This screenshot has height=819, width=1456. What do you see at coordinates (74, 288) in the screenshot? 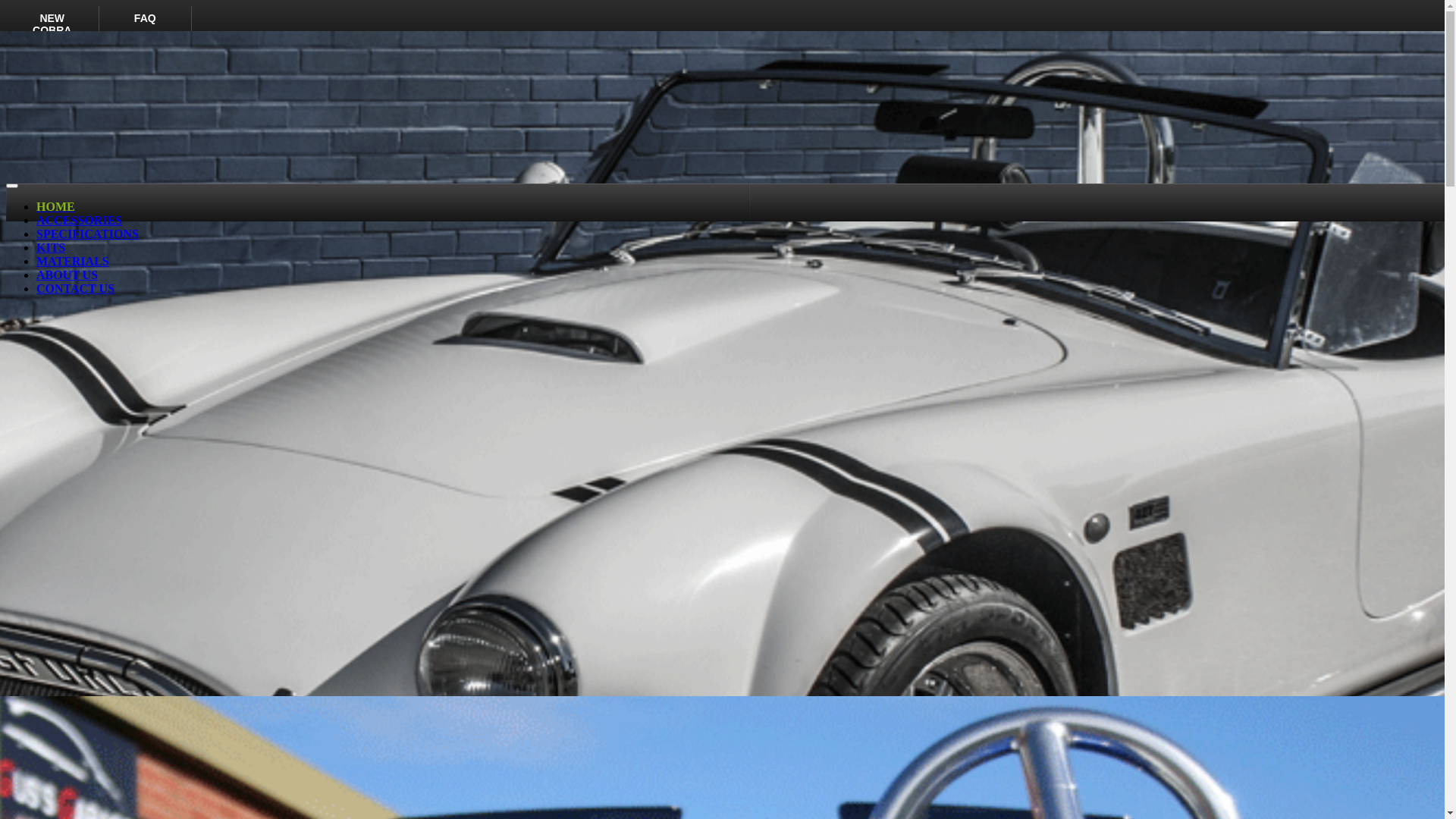
I see `'CONTACT US'` at bounding box center [74, 288].